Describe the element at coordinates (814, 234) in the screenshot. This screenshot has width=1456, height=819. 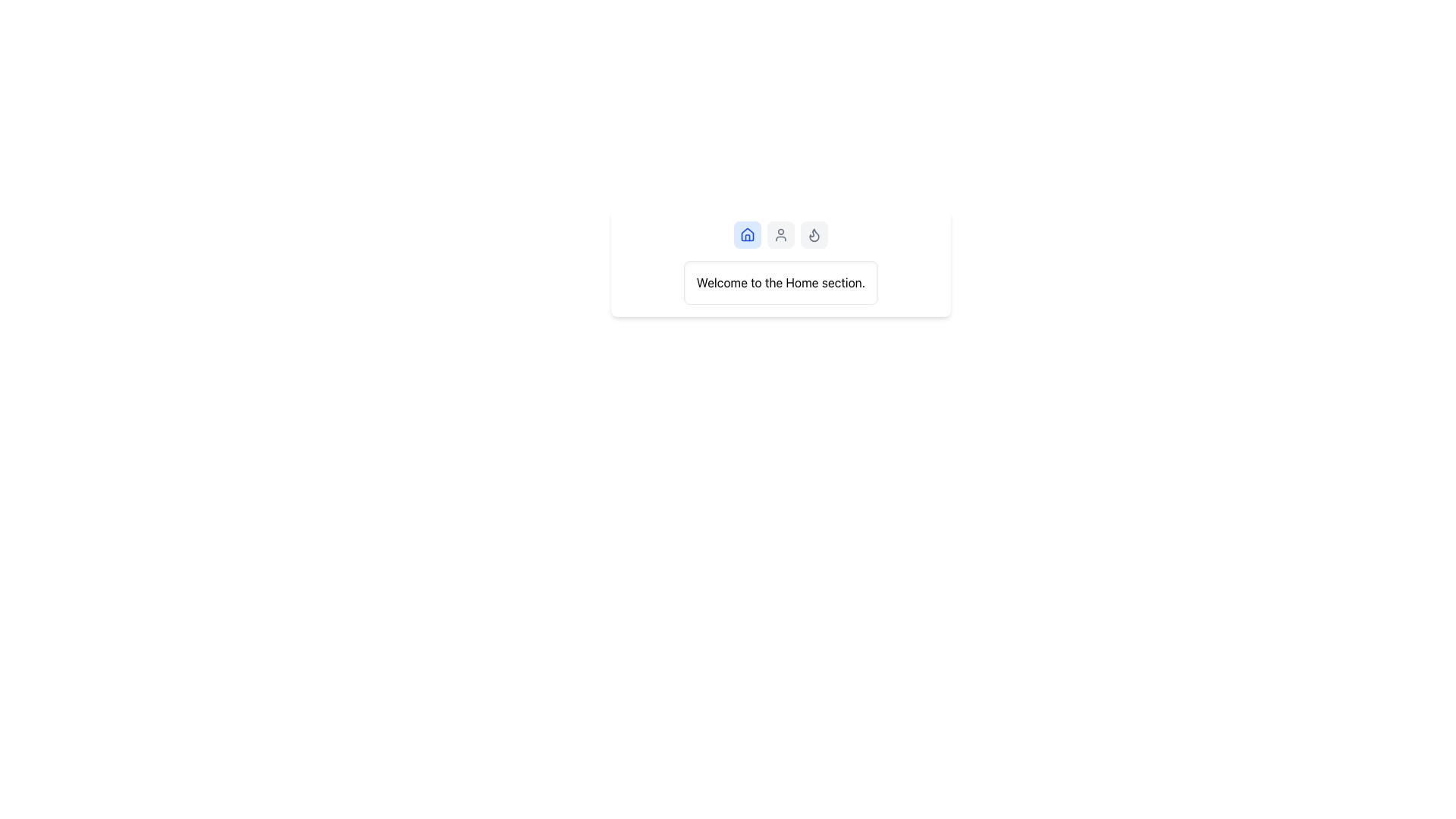
I see `the flame icon located in the rightmost position among four icons at the top of the card component, which indicates activity or popularity metrics` at that location.